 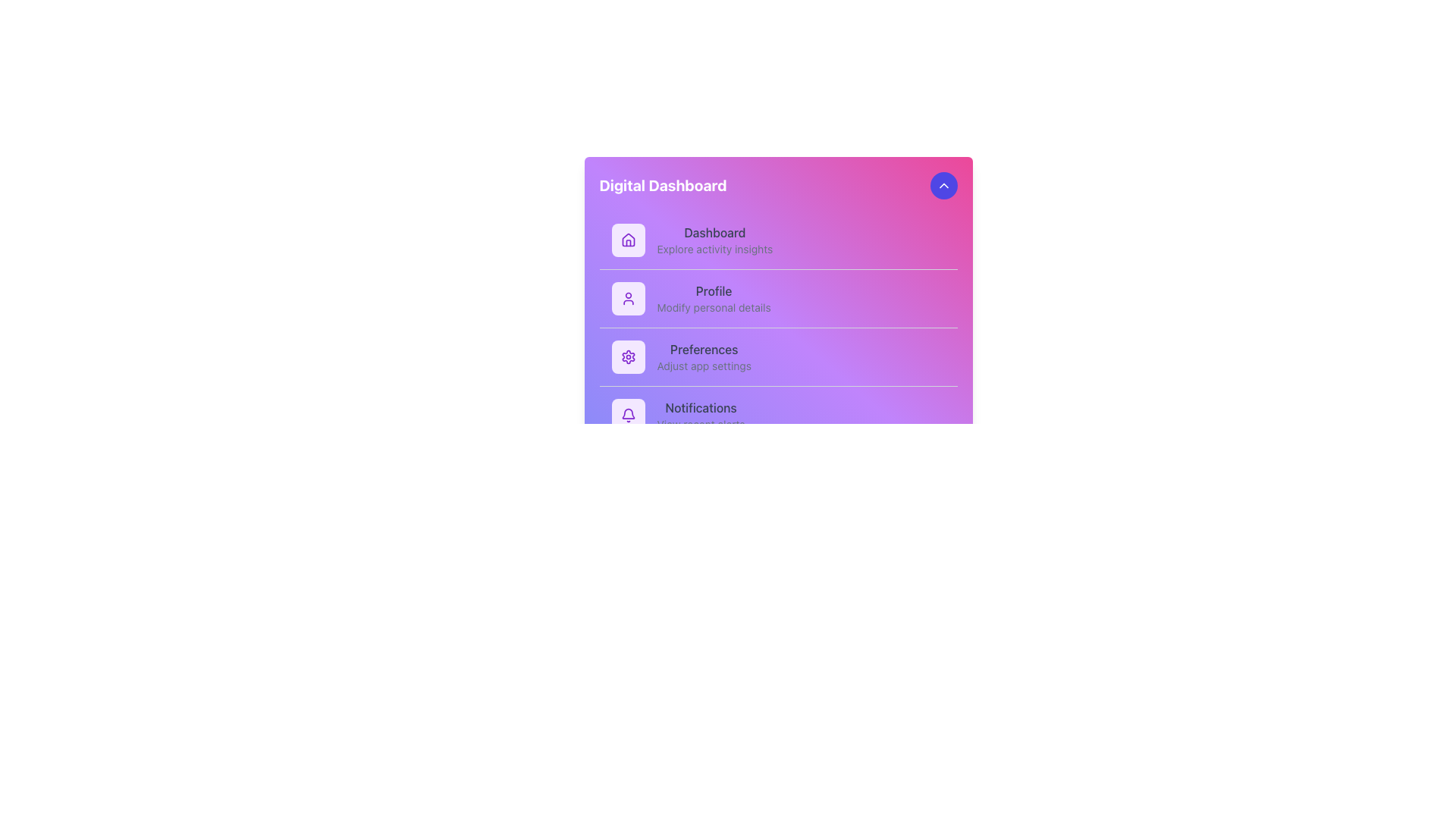 What do you see at coordinates (703, 350) in the screenshot?
I see `the 'Preferences' text label which is part of a vertical list of options with a violet background, located in the third position of the navigation menu` at bounding box center [703, 350].